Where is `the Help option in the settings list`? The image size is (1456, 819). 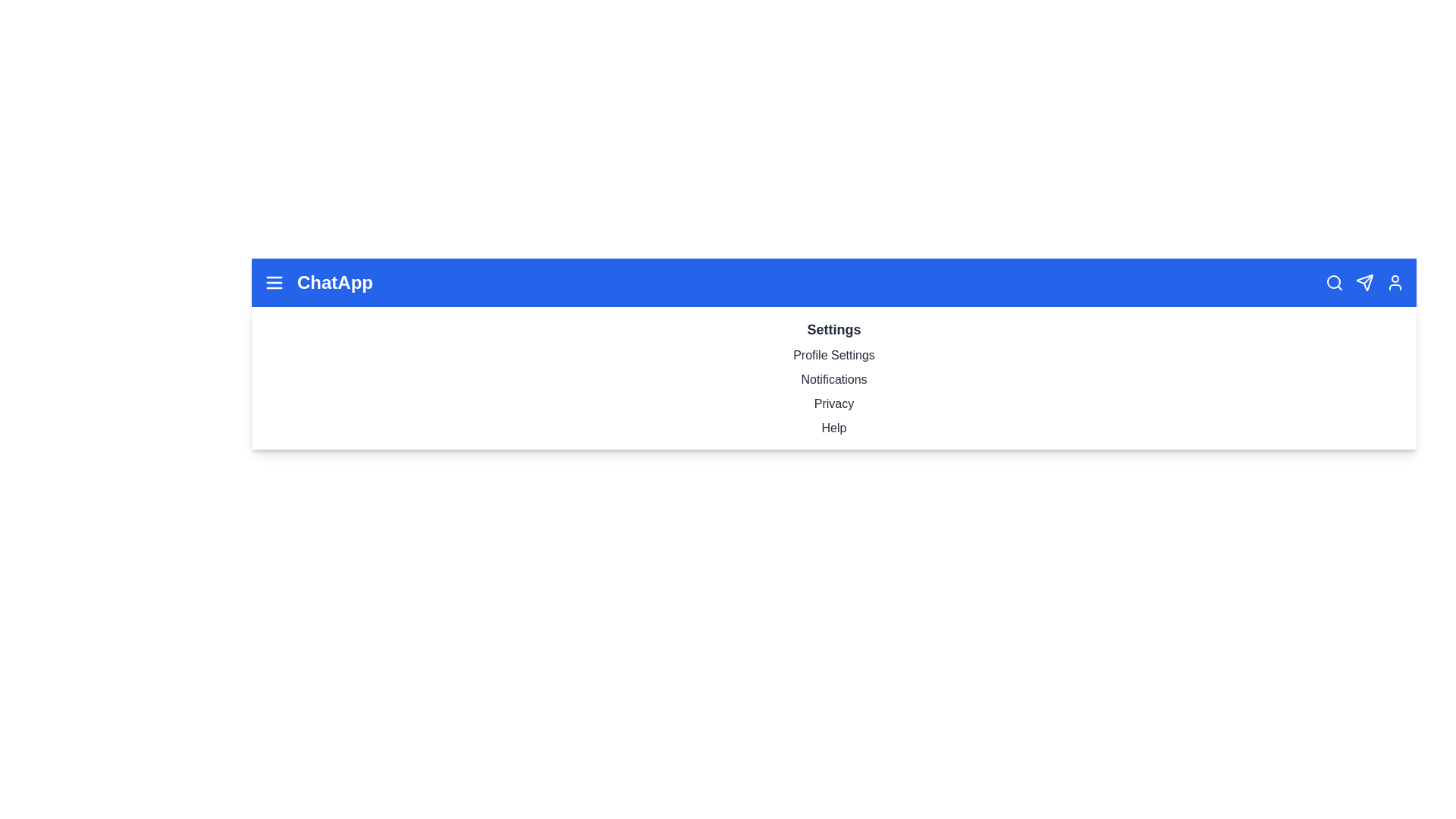
the Help option in the settings list is located at coordinates (833, 428).